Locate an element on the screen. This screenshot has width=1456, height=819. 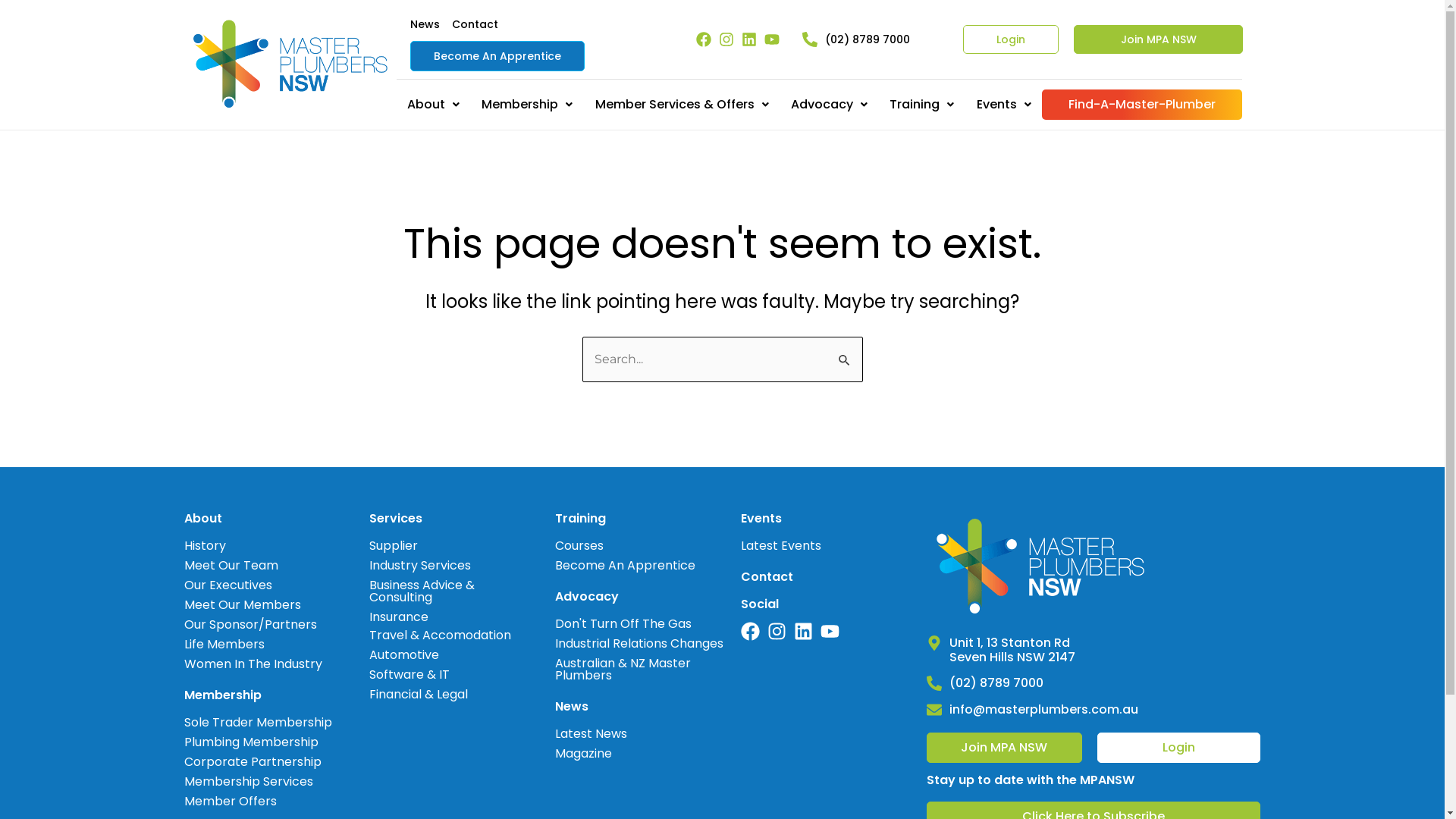
'Our Executives' is located at coordinates (252, 584).